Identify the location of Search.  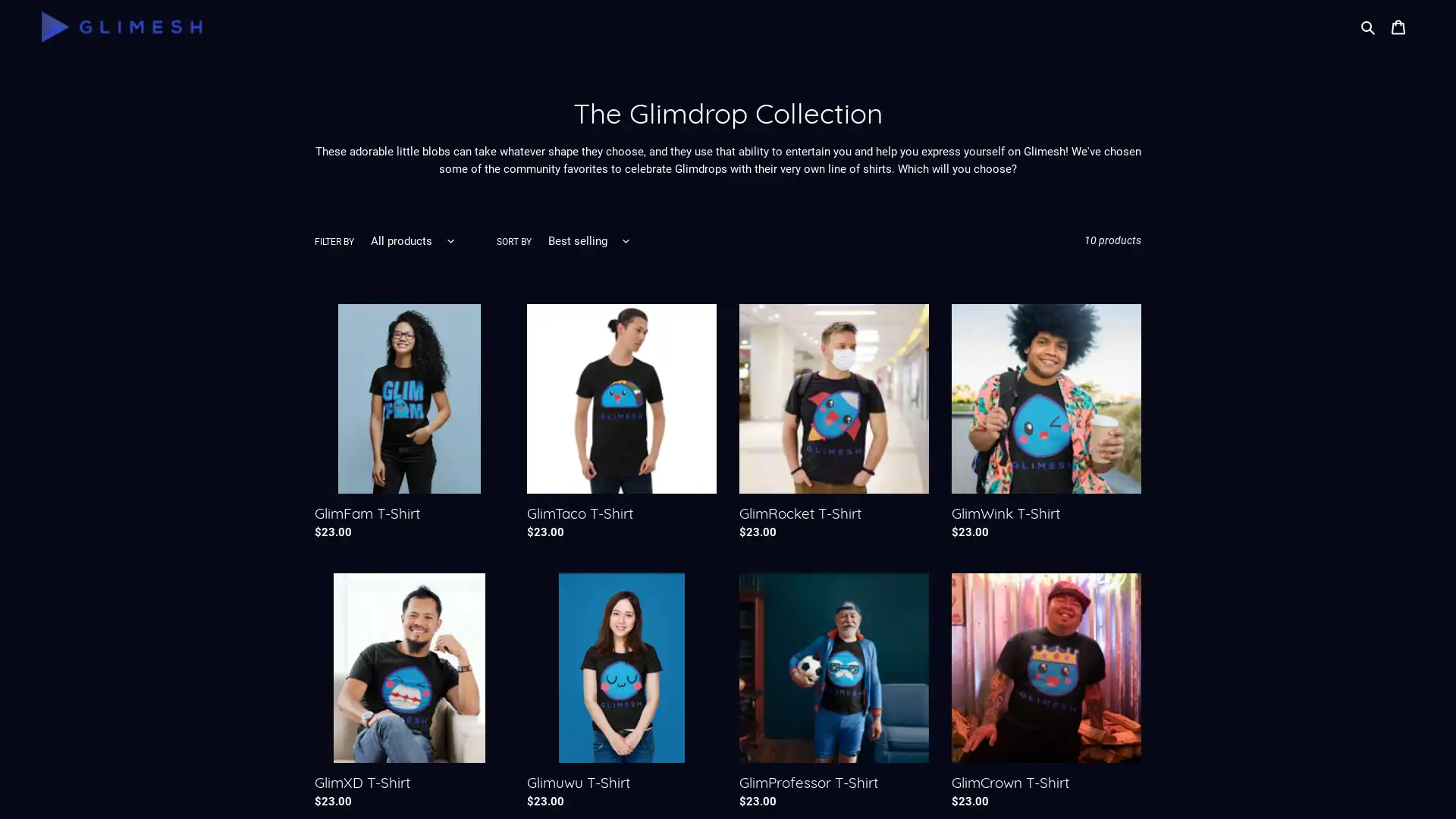
(1369, 26).